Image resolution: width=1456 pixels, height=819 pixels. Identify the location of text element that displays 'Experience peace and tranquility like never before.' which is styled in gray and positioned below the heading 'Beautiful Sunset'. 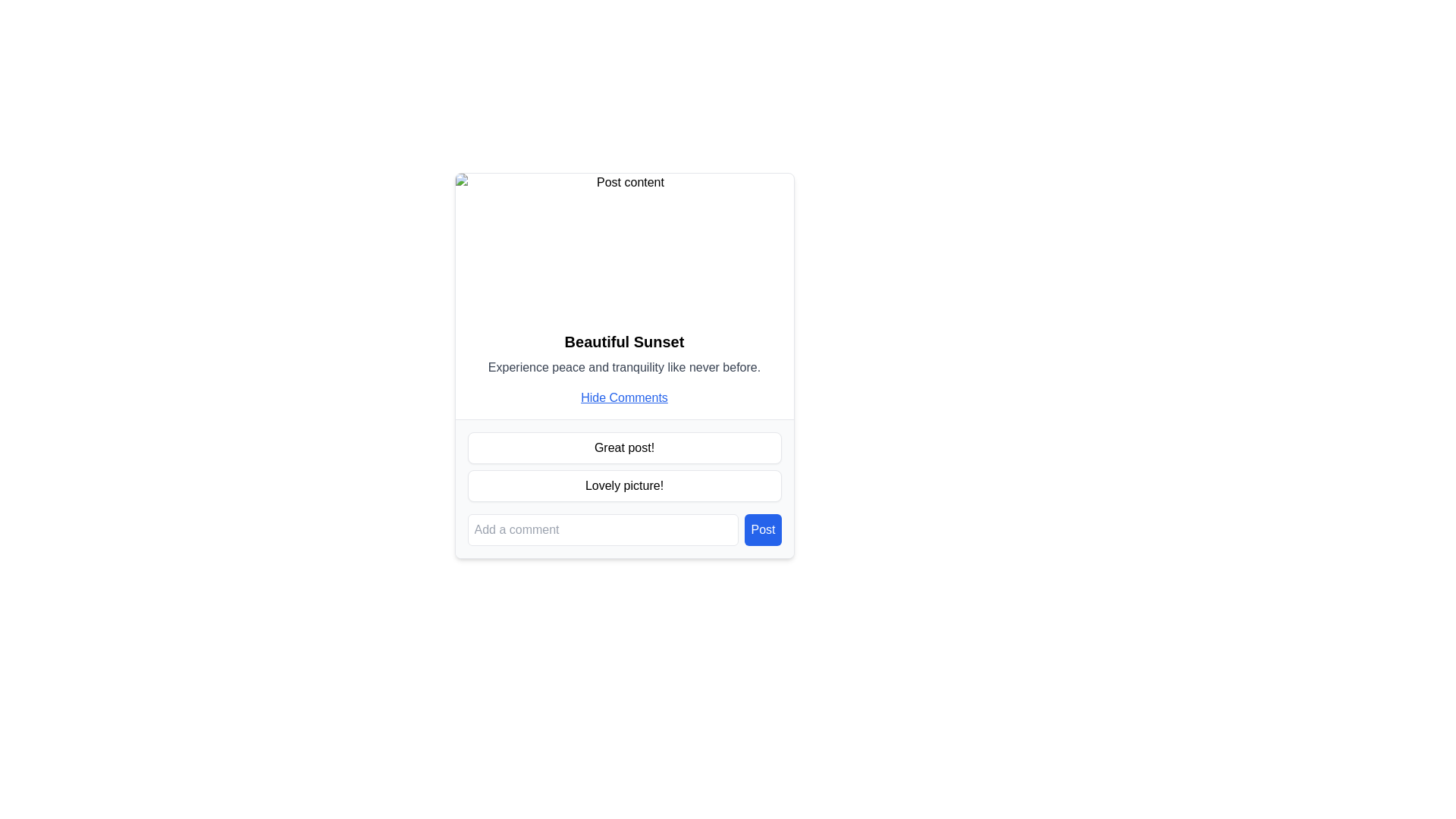
(624, 368).